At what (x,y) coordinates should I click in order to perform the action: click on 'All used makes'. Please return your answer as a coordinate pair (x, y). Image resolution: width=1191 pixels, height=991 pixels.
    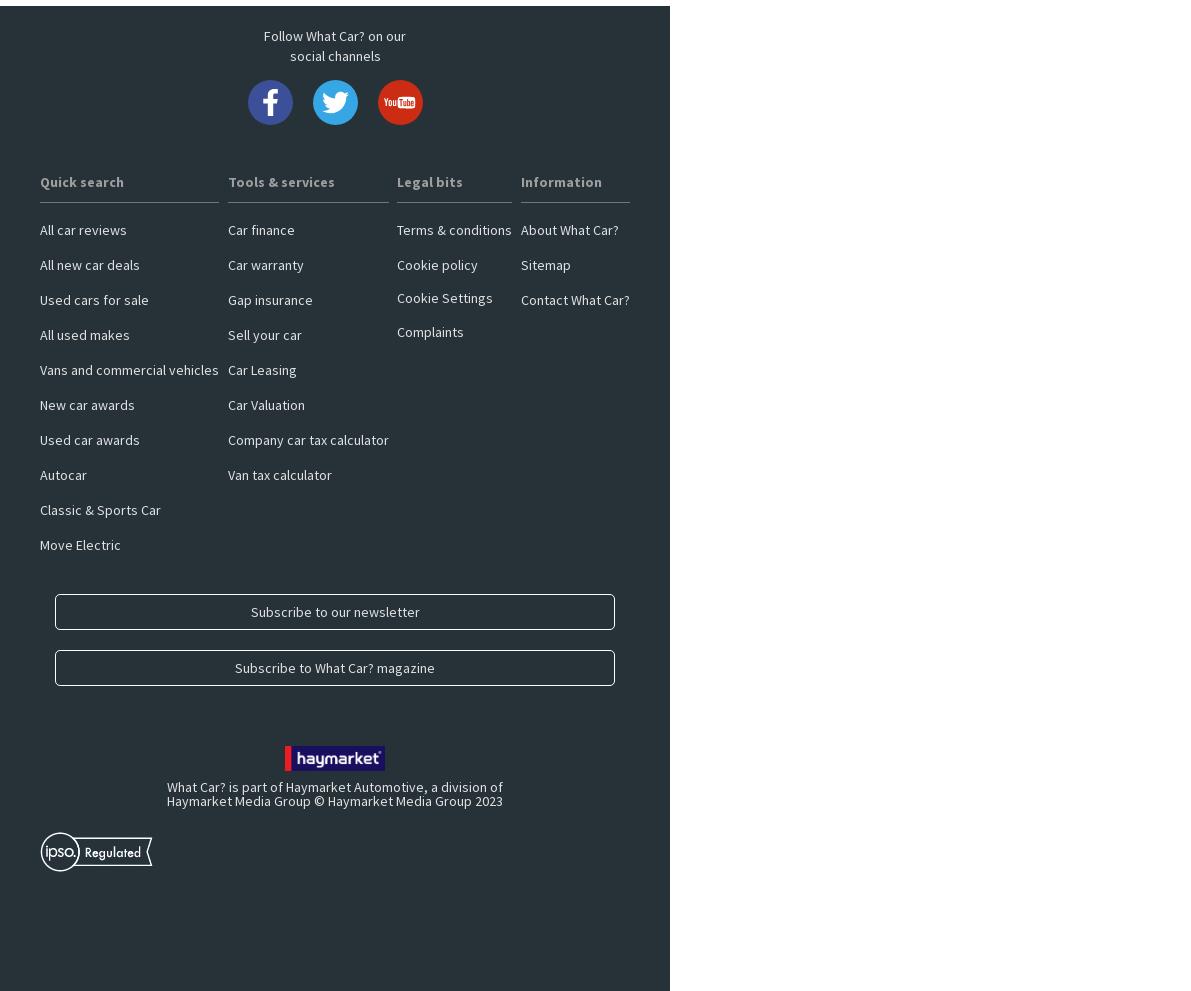
    Looking at the image, I should click on (84, 333).